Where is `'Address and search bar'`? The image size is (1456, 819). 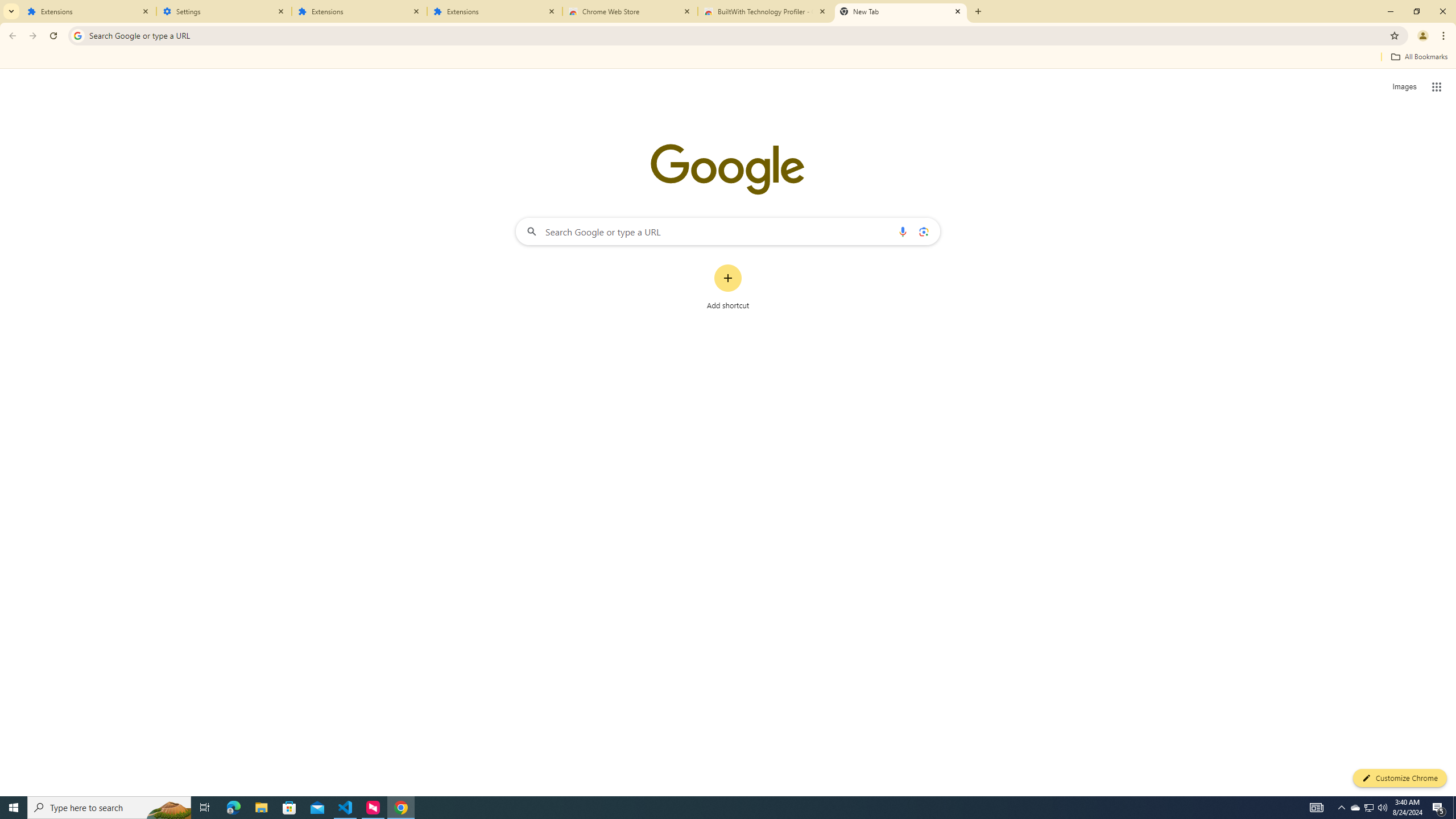 'Address and search bar' is located at coordinates (735, 35).